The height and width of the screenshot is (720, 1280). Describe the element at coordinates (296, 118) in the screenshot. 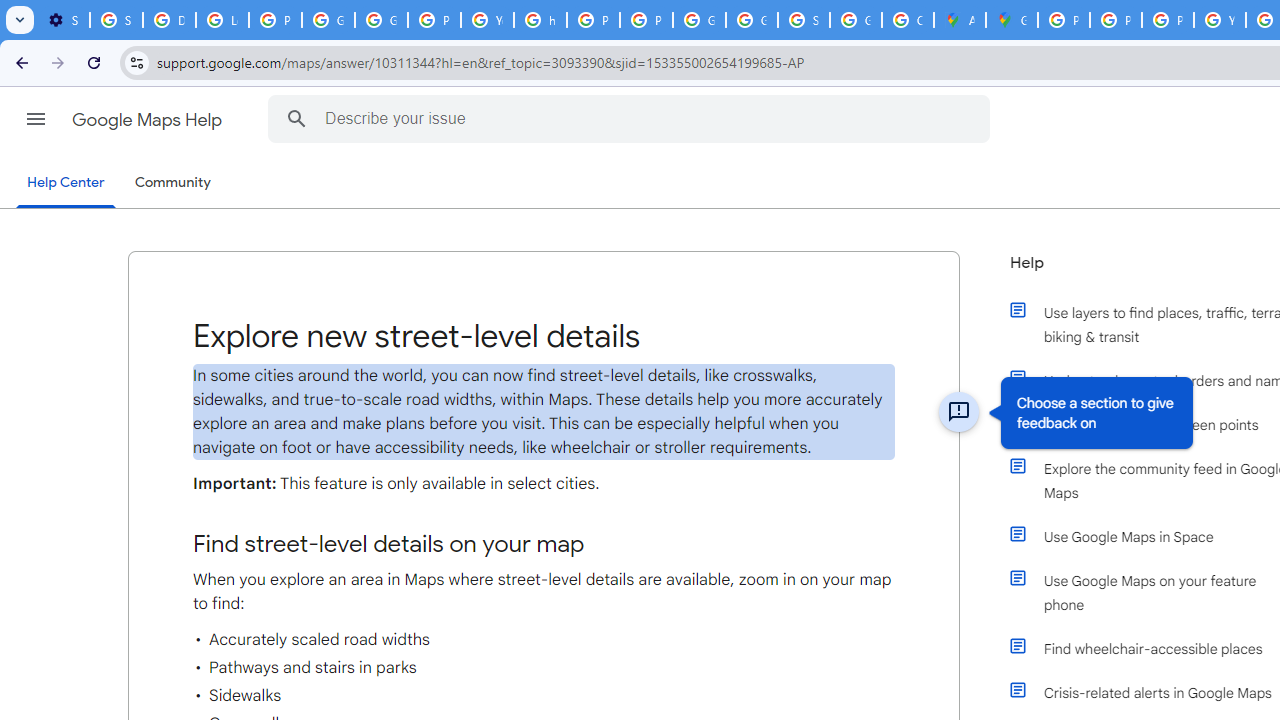

I see `'Search Help Center'` at that location.